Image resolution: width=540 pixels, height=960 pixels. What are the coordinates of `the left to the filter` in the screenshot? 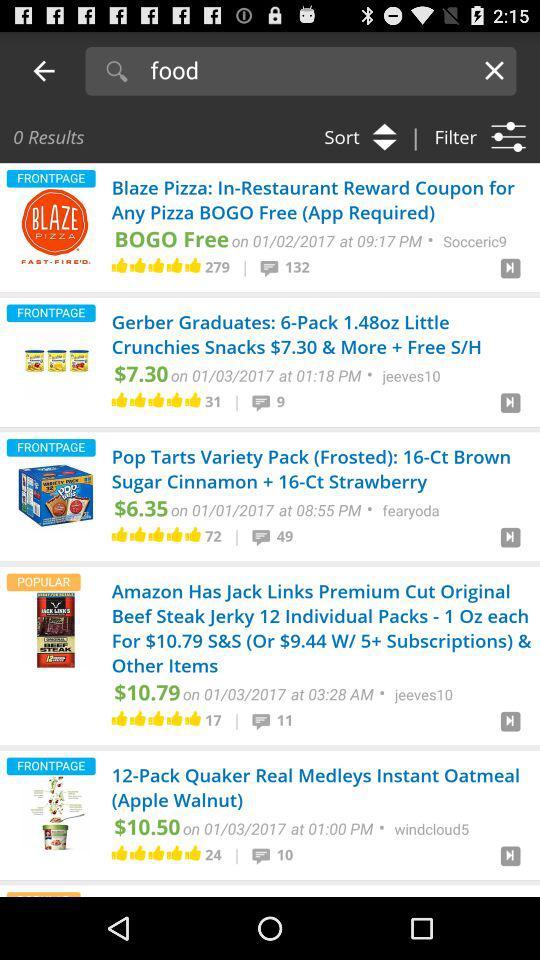 It's located at (353, 135).